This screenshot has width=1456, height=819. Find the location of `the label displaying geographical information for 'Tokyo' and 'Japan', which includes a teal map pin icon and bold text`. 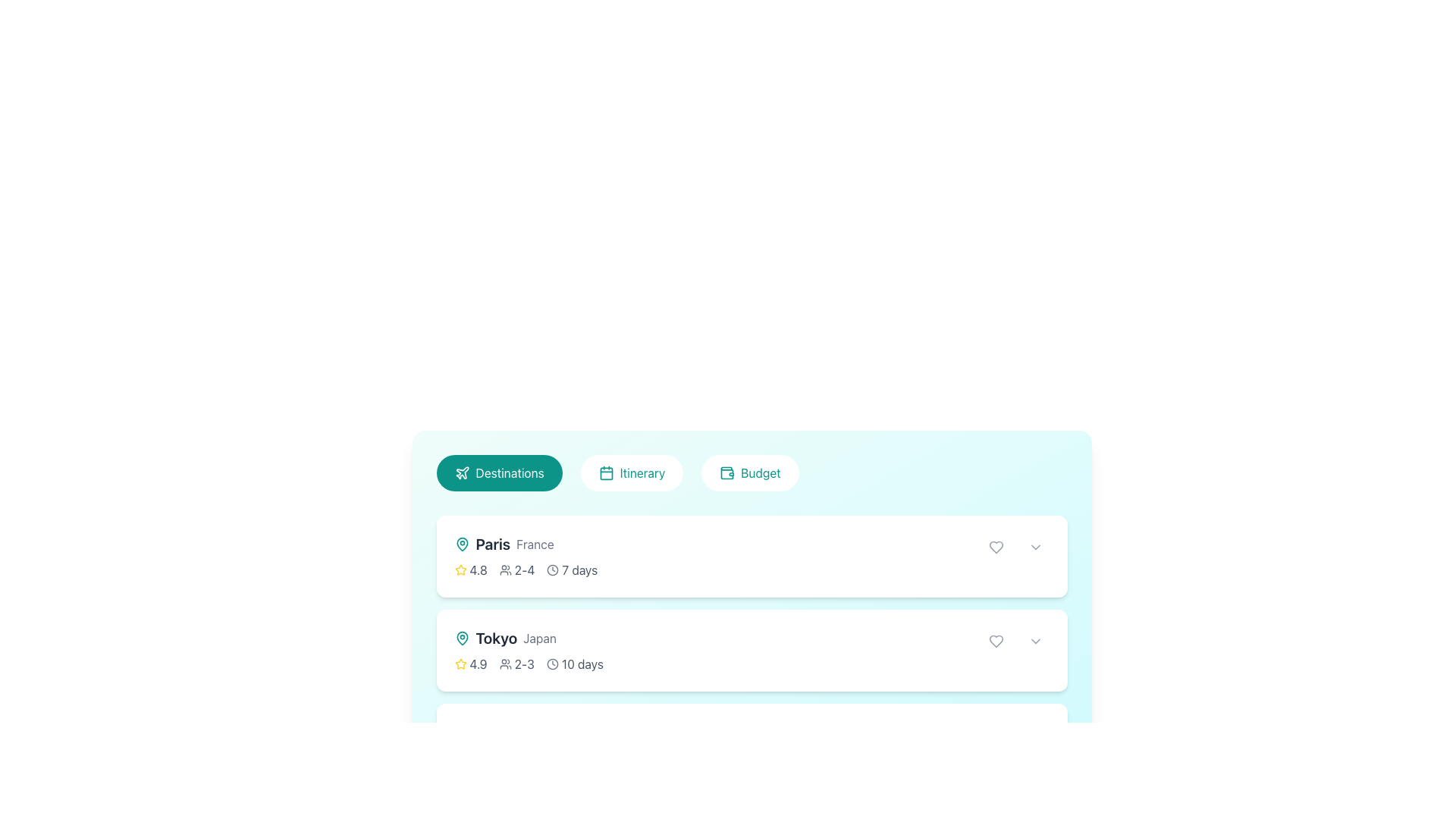

the label displaying geographical information for 'Tokyo' and 'Japan', which includes a teal map pin icon and bold text is located at coordinates (529, 638).